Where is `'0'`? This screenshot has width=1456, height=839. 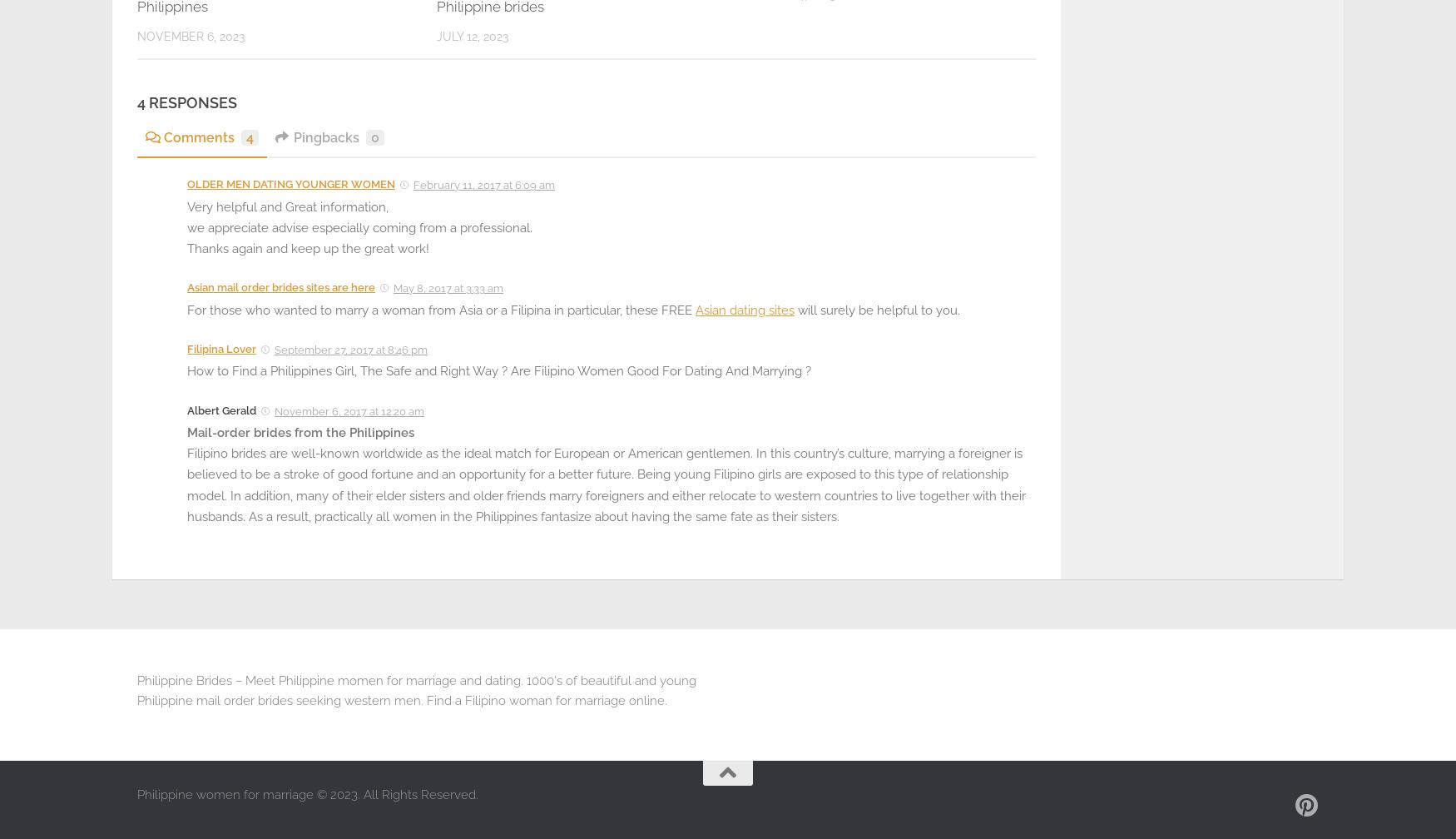 '0' is located at coordinates (374, 137).